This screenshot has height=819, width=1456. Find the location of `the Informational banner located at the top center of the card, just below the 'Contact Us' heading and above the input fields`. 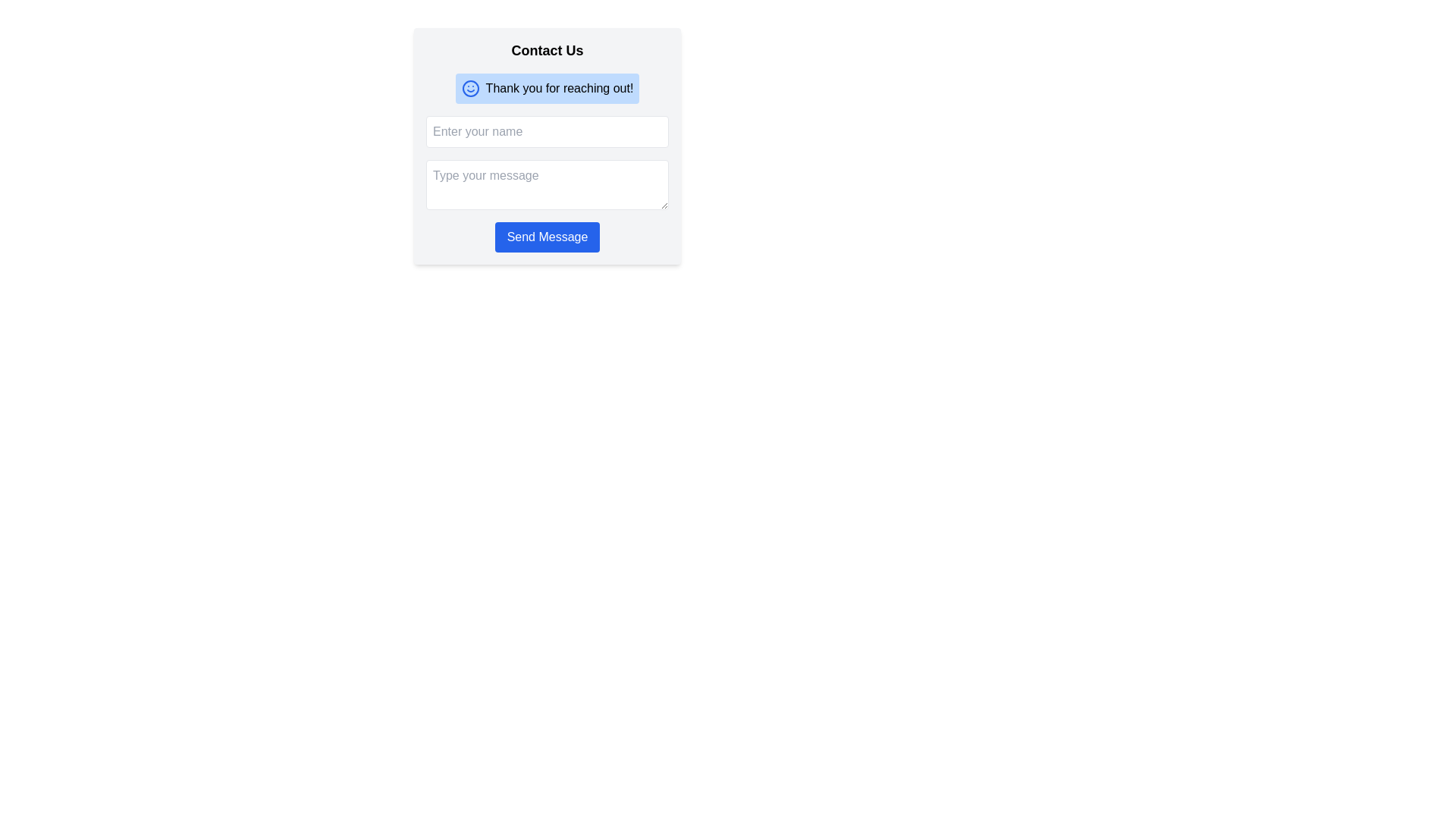

the Informational banner located at the top center of the card, just below the 'Contact Us' heading and above the input fields is located at coordinates (546, 88).